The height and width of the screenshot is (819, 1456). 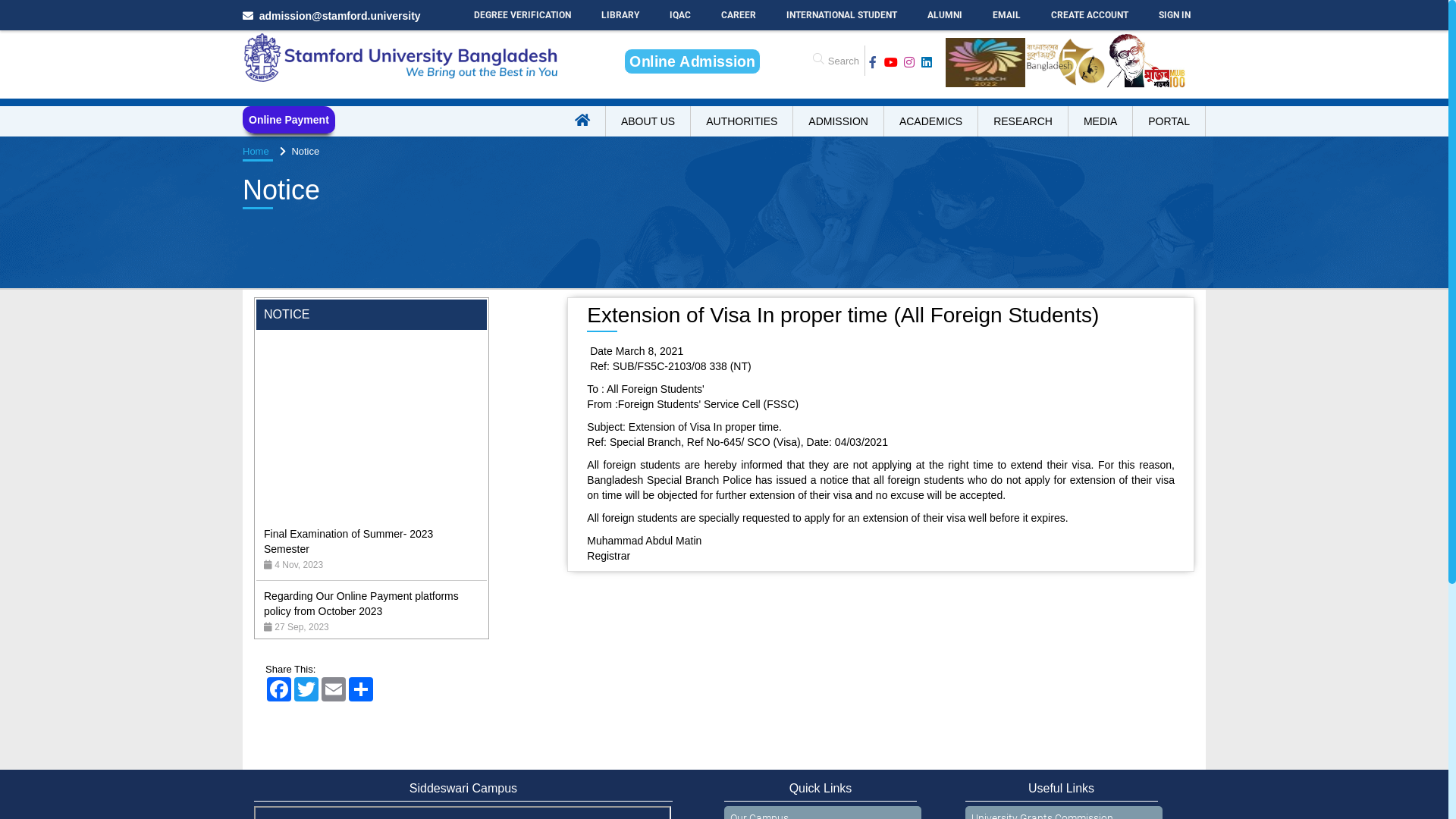 What do you see at coordinates (265, 689) in the screenshot?
I see `'Facebook'` at bounding box center [265, 689].